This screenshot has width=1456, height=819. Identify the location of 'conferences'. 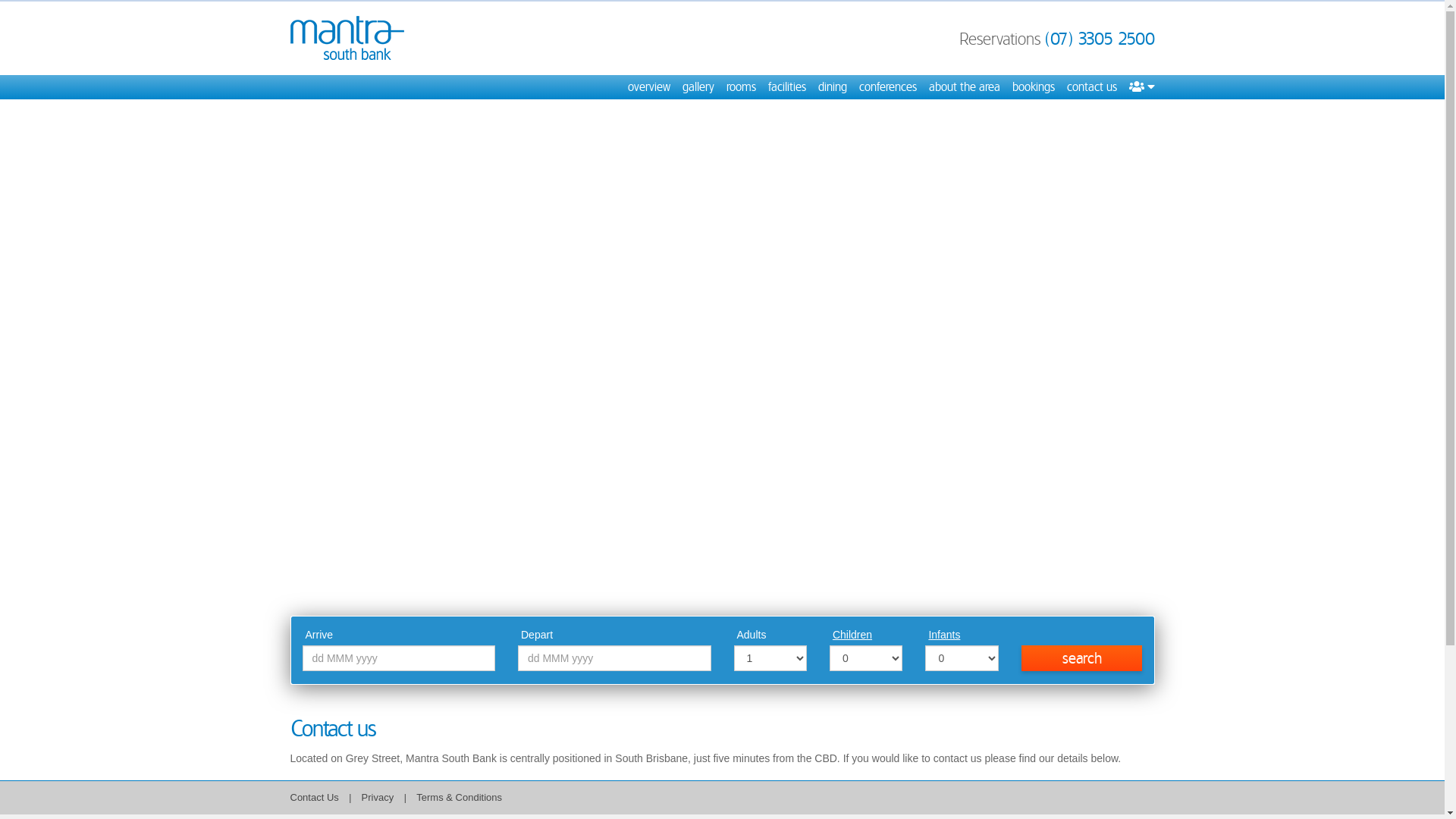
(887, 87).